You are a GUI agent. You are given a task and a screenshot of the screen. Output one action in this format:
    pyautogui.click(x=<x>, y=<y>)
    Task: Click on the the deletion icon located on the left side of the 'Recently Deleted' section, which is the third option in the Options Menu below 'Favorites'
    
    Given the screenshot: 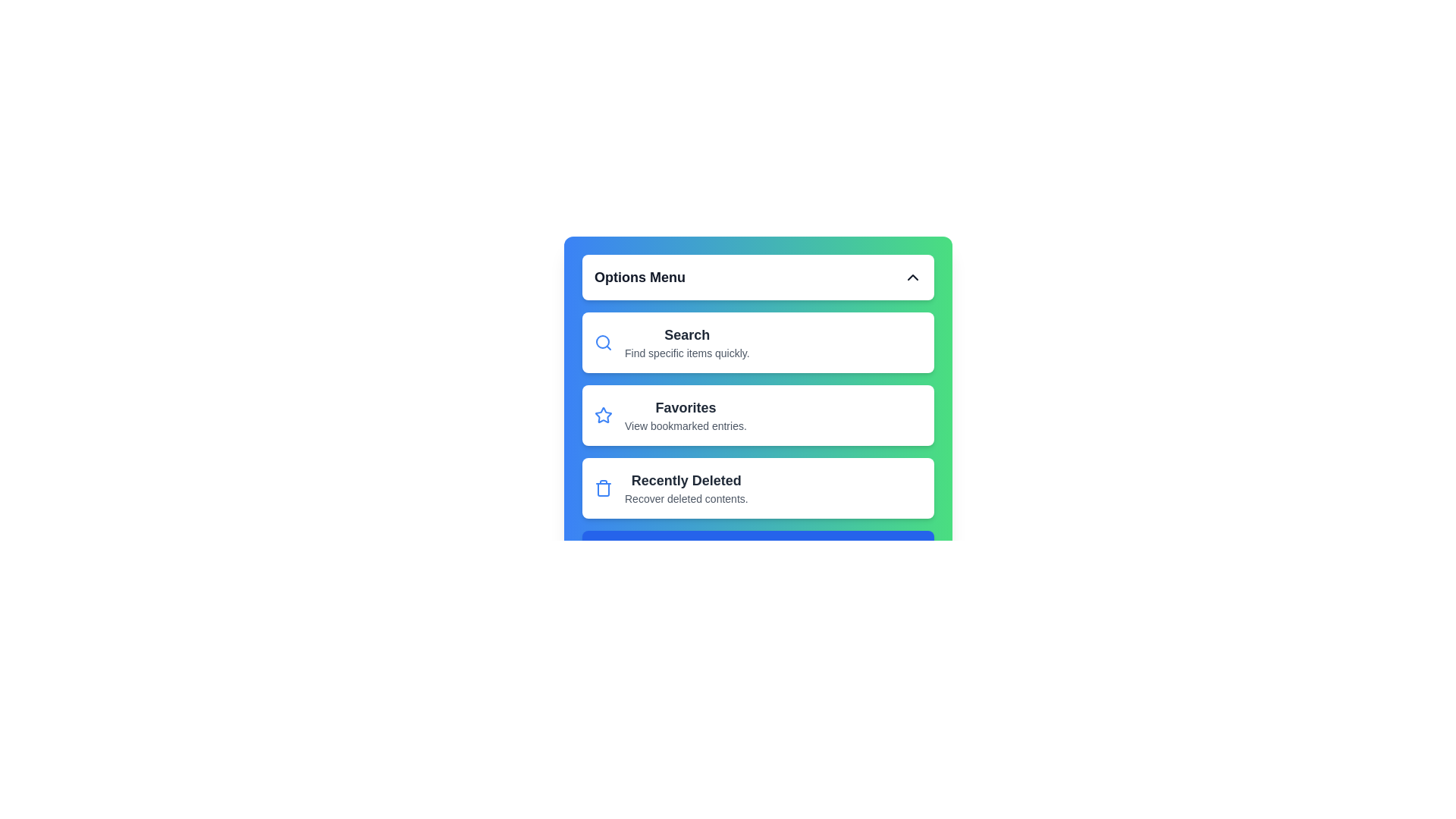 What is the action you would take?
    pyautogui.click(x=603, y=488)
    